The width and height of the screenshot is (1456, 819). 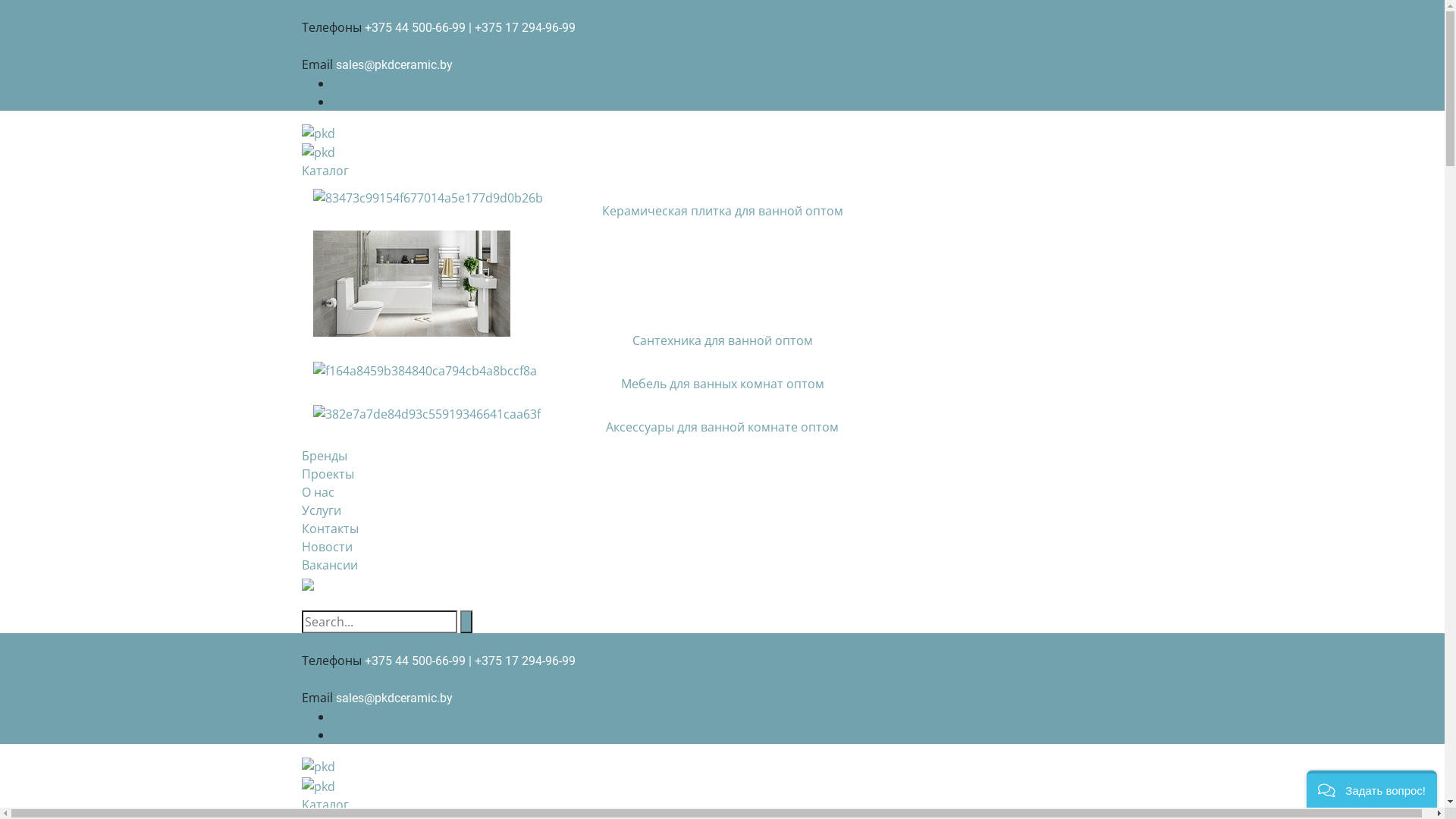 I want to click on '+375 44 500-66-99', so click(x=414, y=27).